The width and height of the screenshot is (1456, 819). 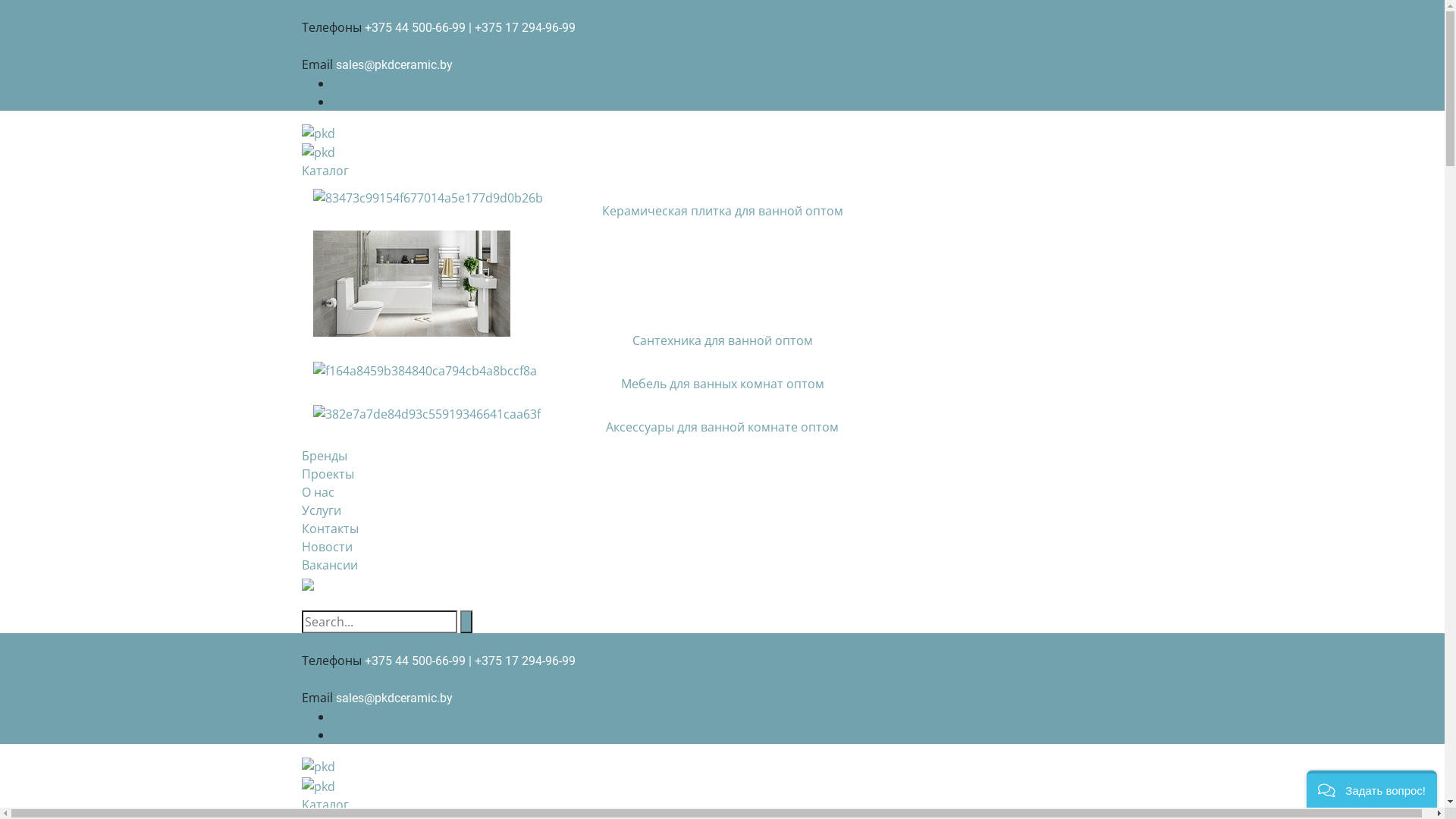 I want to click on '+375 44 500-66-99', so click(x=414, y=27).